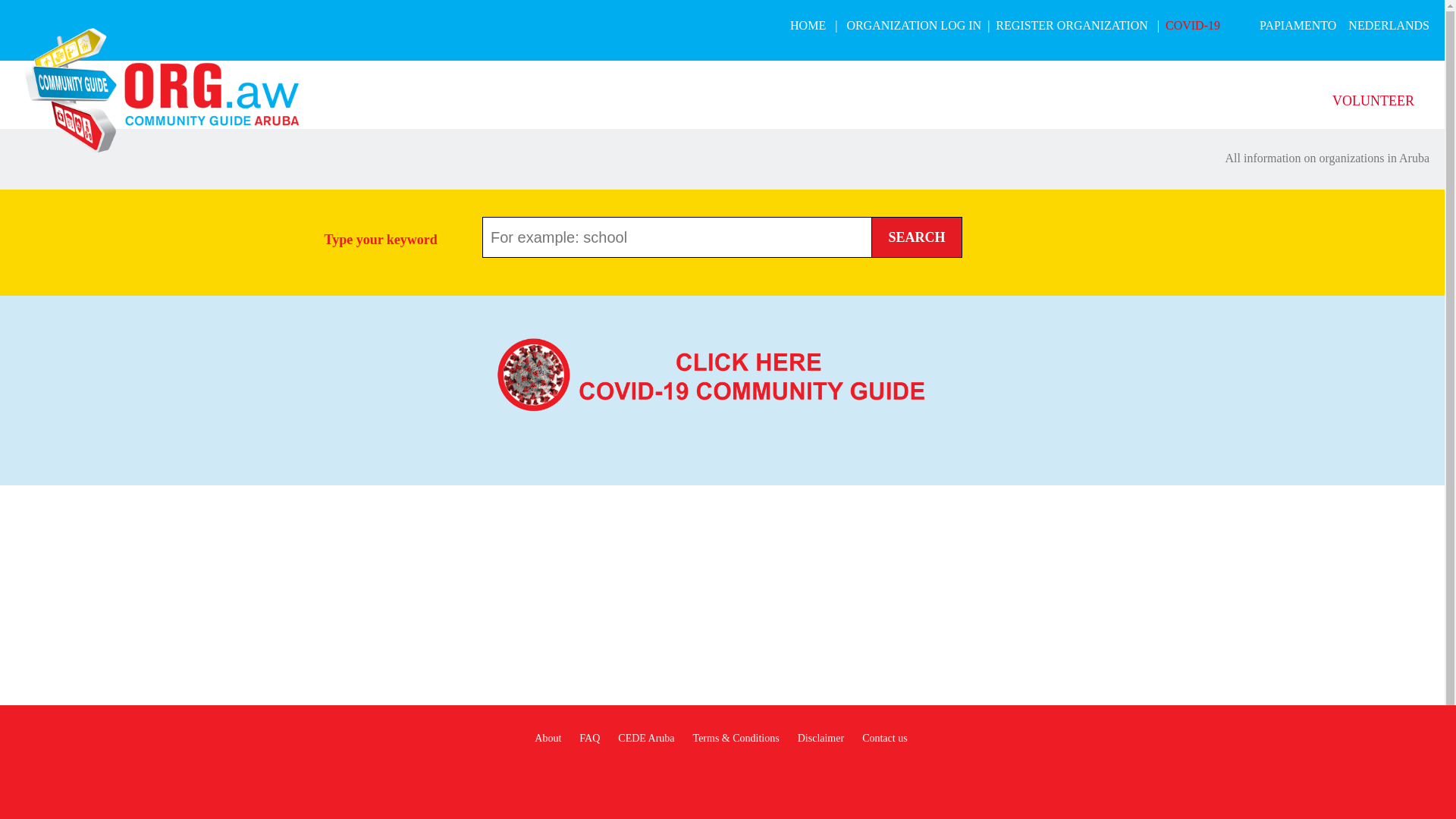  What do you see at coordinates (916, 237) in the screenshot?
I see `'SEARCH'` at bounding box center [916, 237].